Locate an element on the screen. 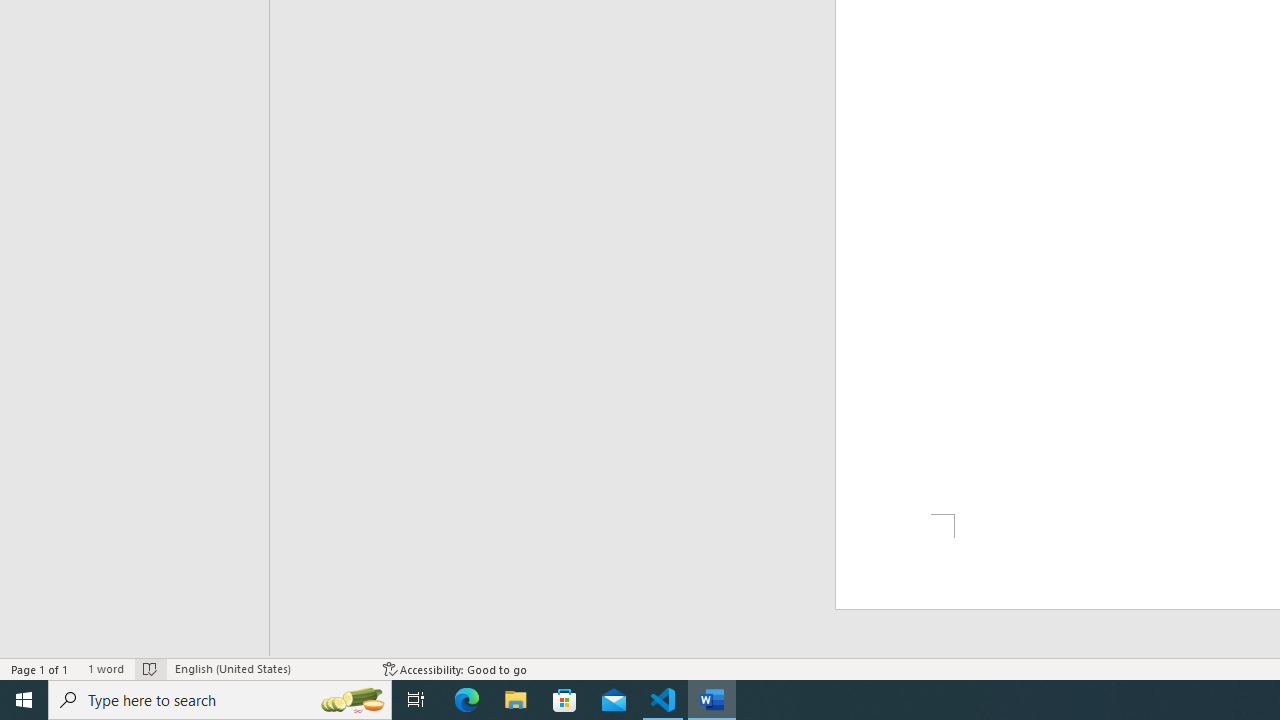  'Spelling and Grammar Check No Errors' is located at coordinates (149, 669).